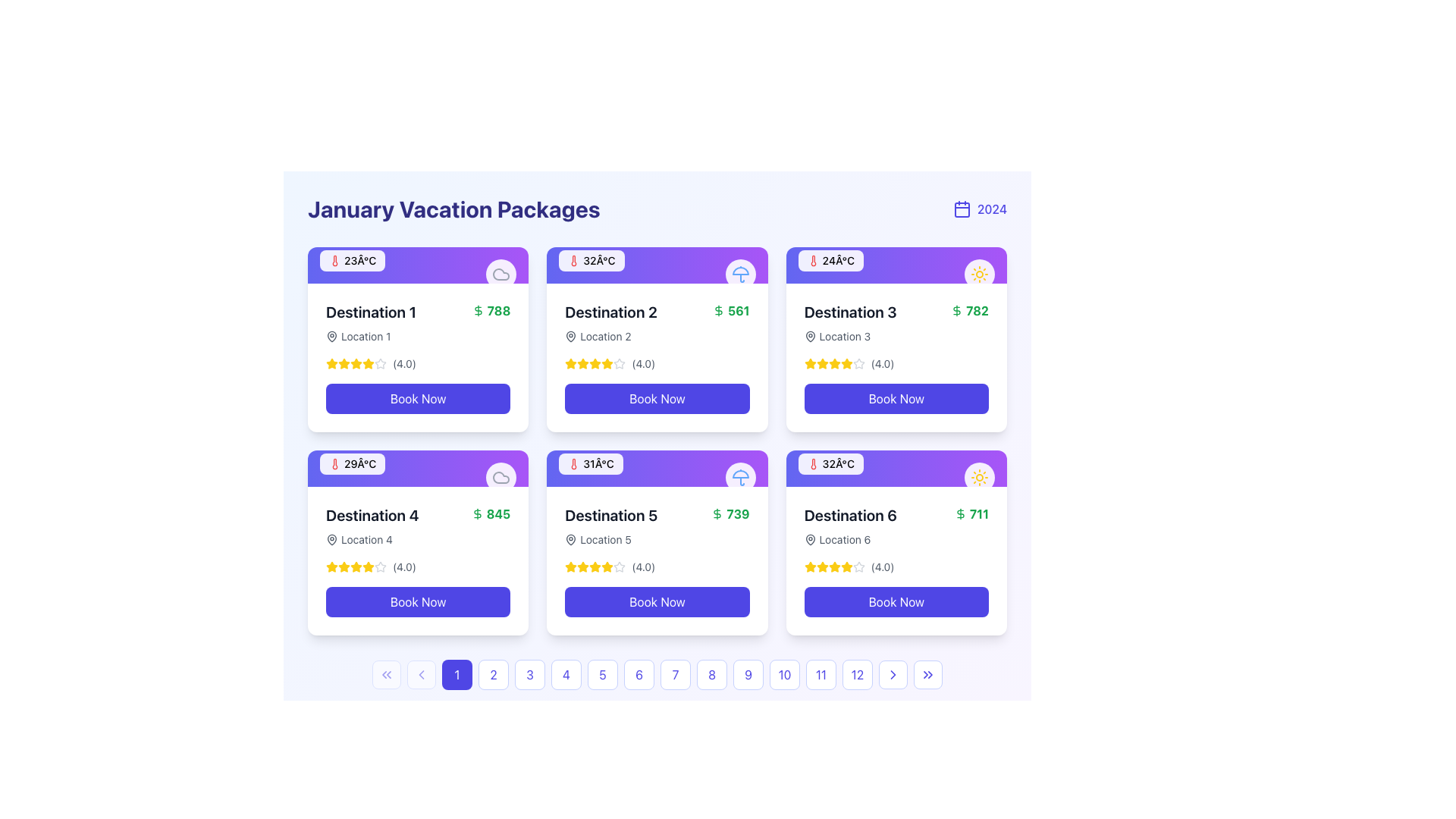 Image resolution: width=1456 pixels, height=819 pixels. I want to click on the small square button with the number '10' in bold font, so click(785, 674).